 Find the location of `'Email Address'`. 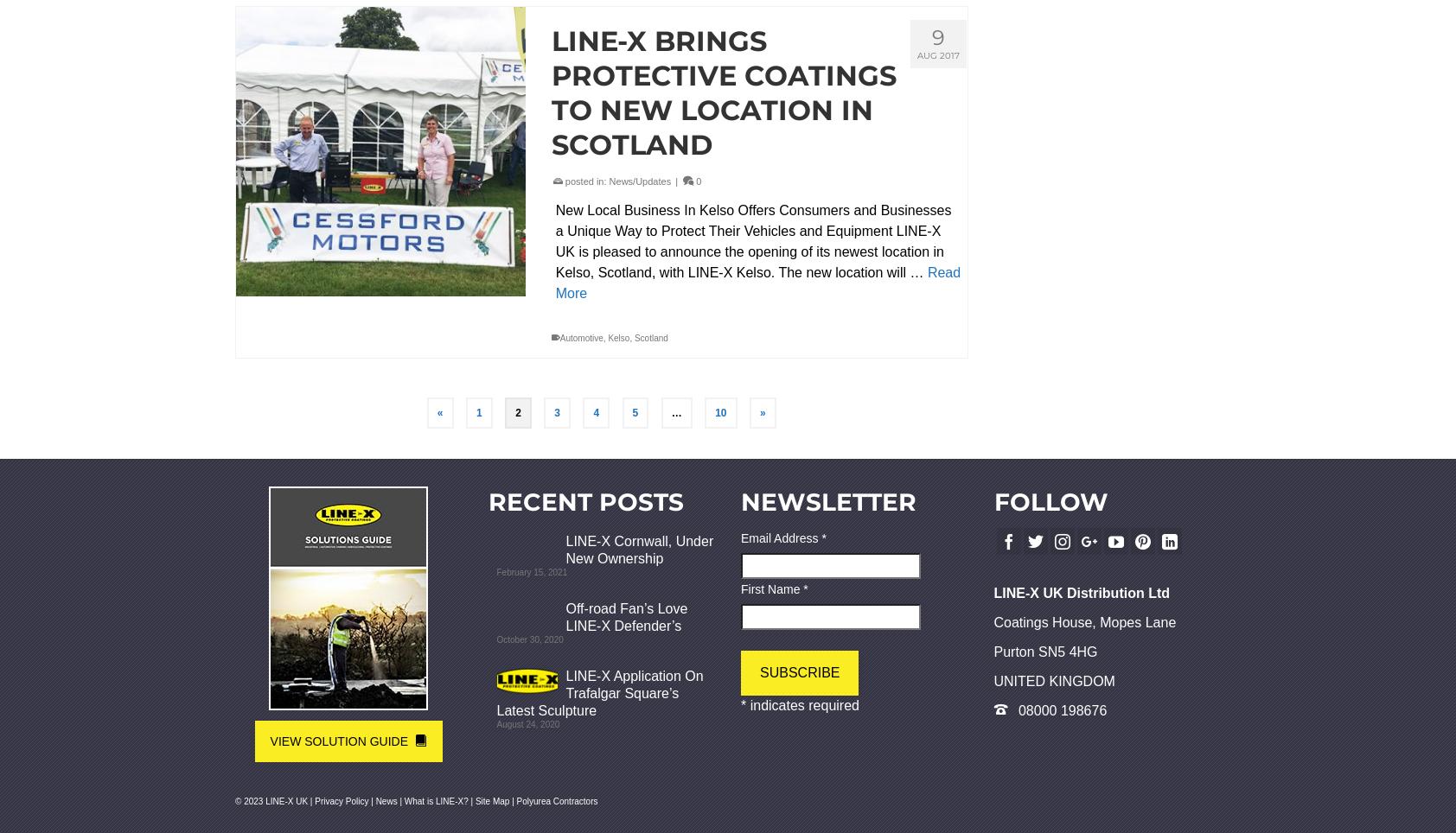

'Email Address' is located at coordinates (739, 538).